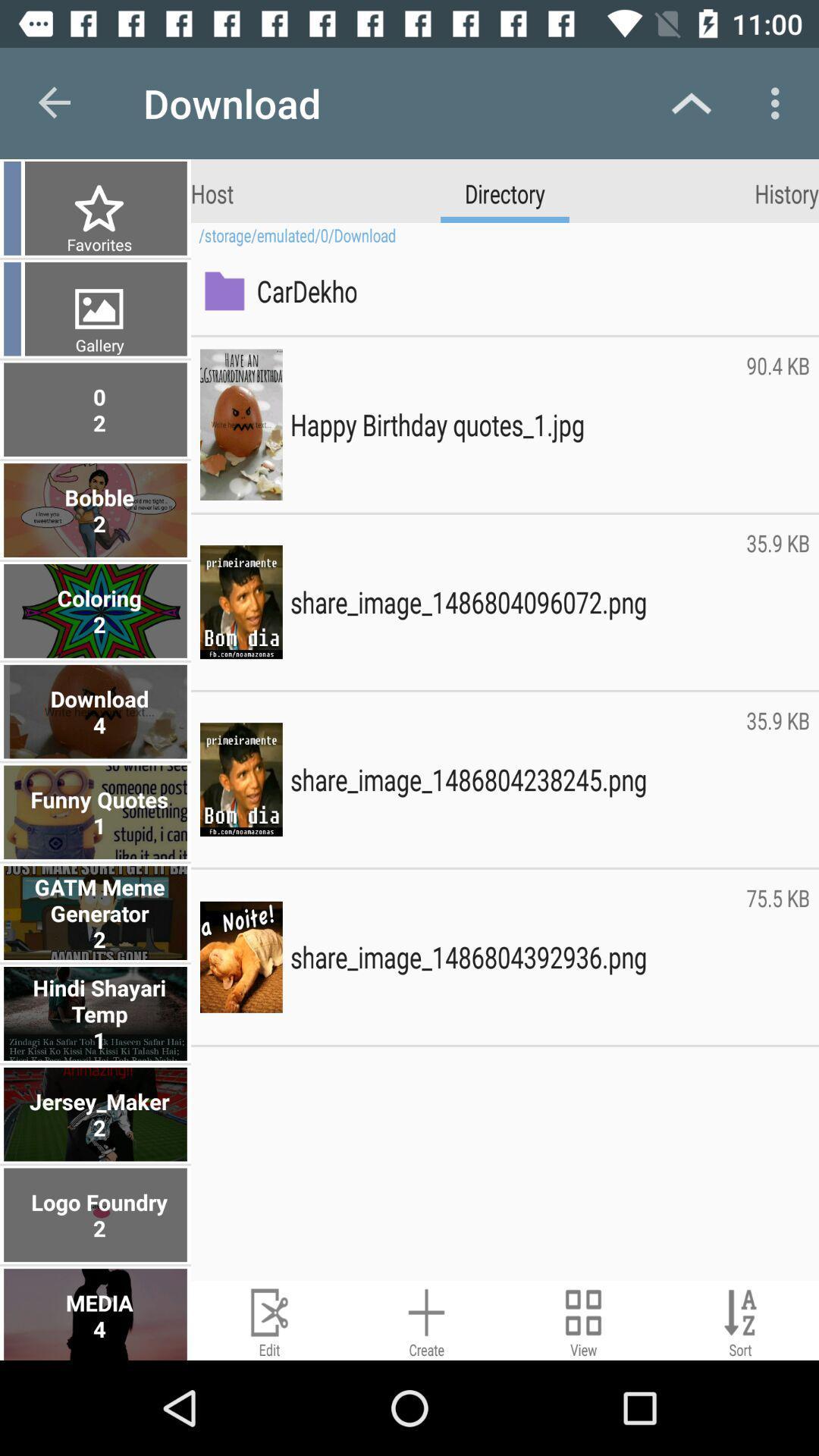  What do you see at coordinates (778, 425) in the screenshot?
I see `icon above 35.9 kb icon` at bounding box center [778, 425].